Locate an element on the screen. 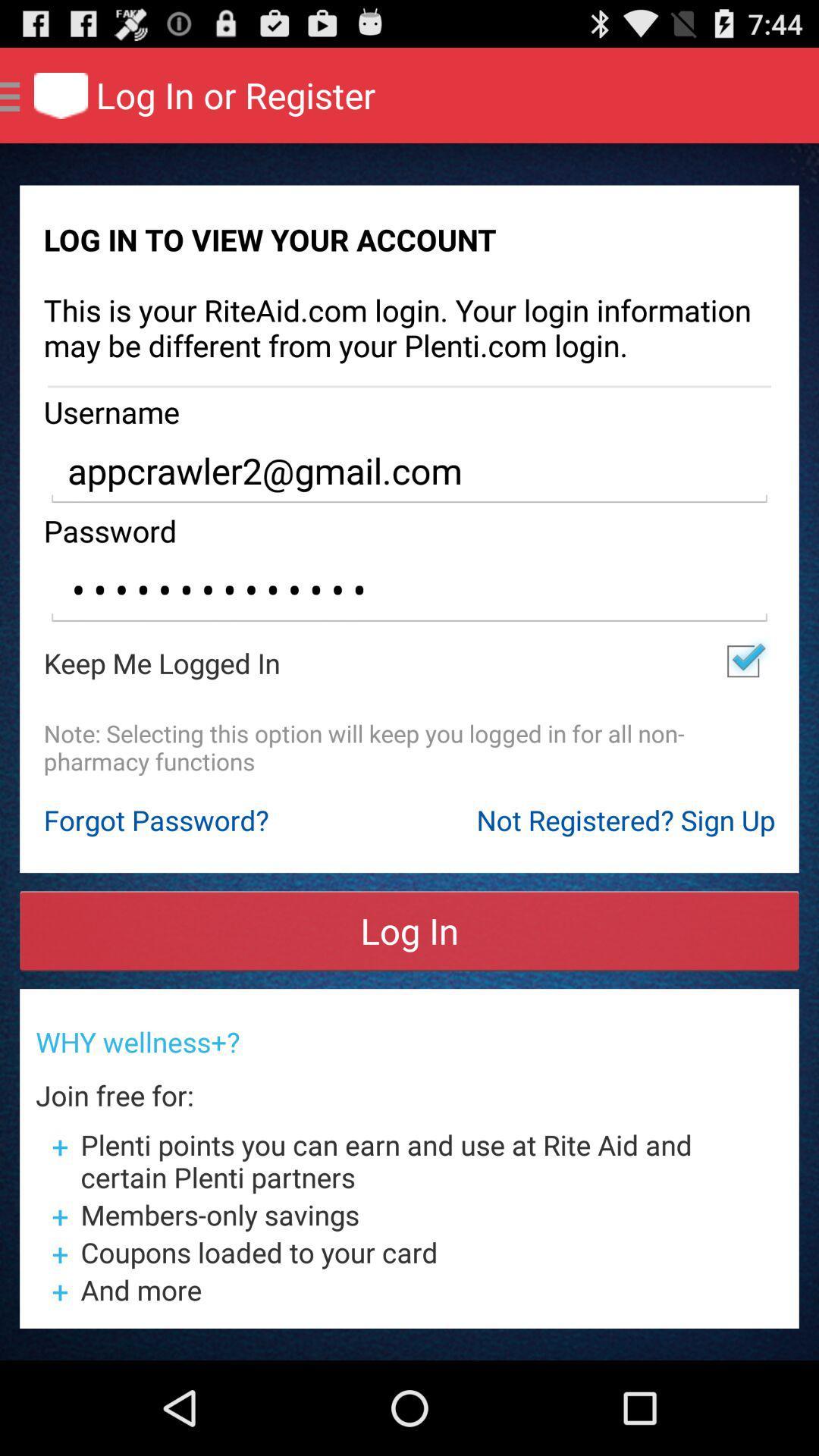 The height and width of the screenshot is (1456, 819). the item above the note selecting this item is located at coordinates (742, 661).